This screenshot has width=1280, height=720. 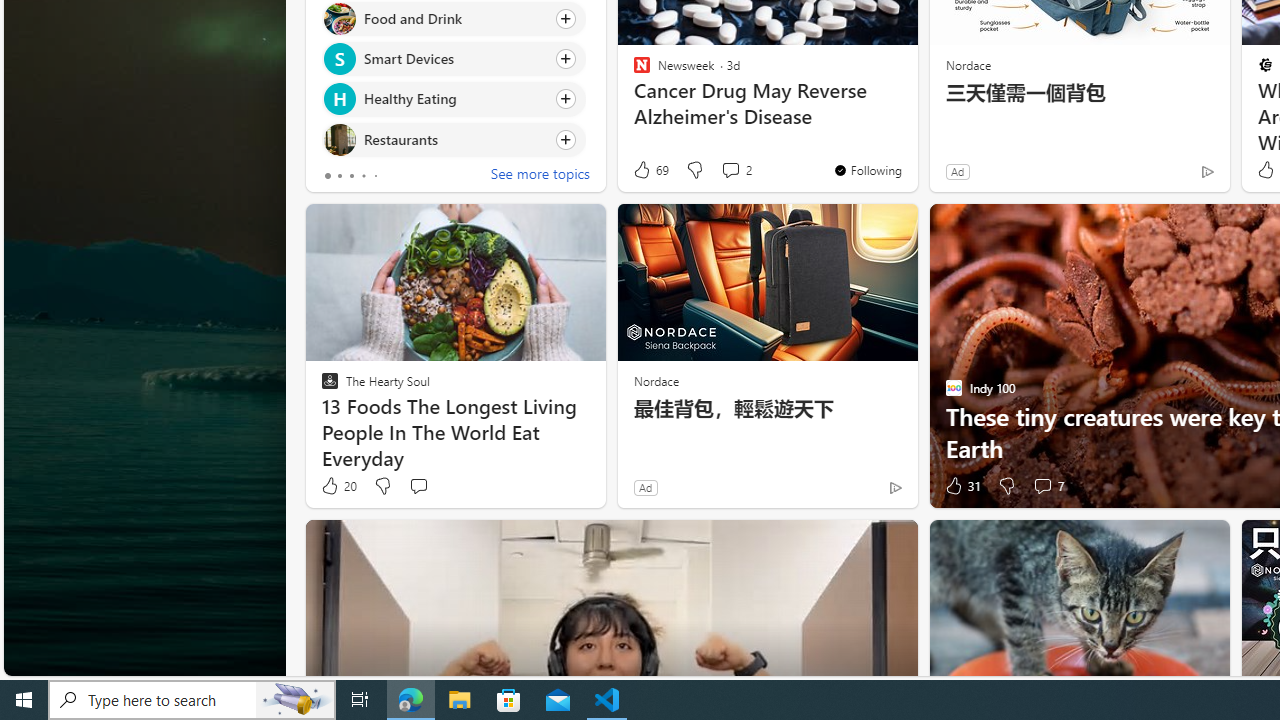 I want to click on 'tab-3', so click(x=363, y=175).